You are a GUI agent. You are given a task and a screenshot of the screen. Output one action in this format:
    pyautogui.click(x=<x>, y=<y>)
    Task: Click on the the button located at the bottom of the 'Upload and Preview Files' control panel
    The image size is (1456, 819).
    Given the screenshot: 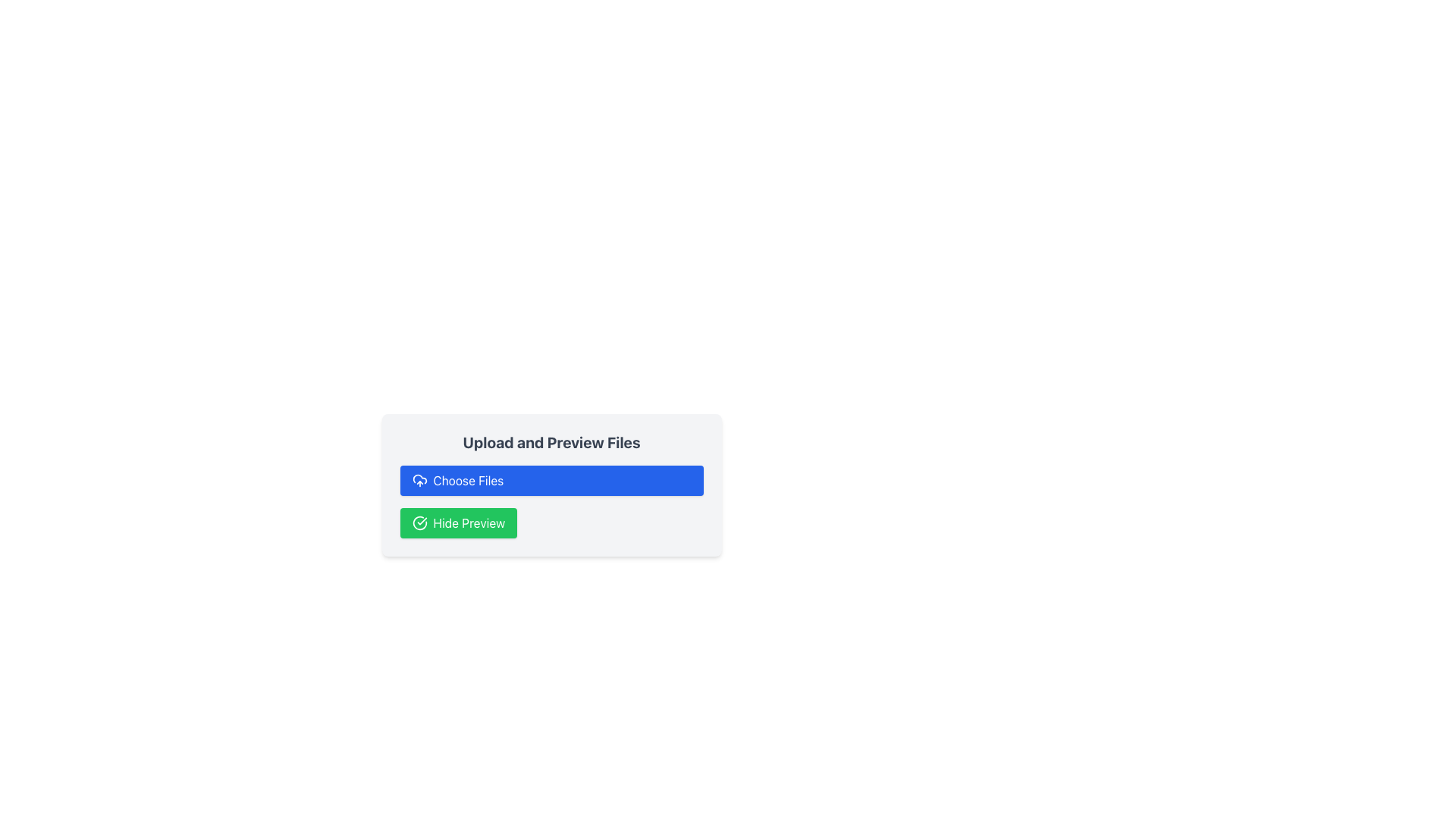 What is the action you would take?
    pyautogui.click(x=457, y=522)
    